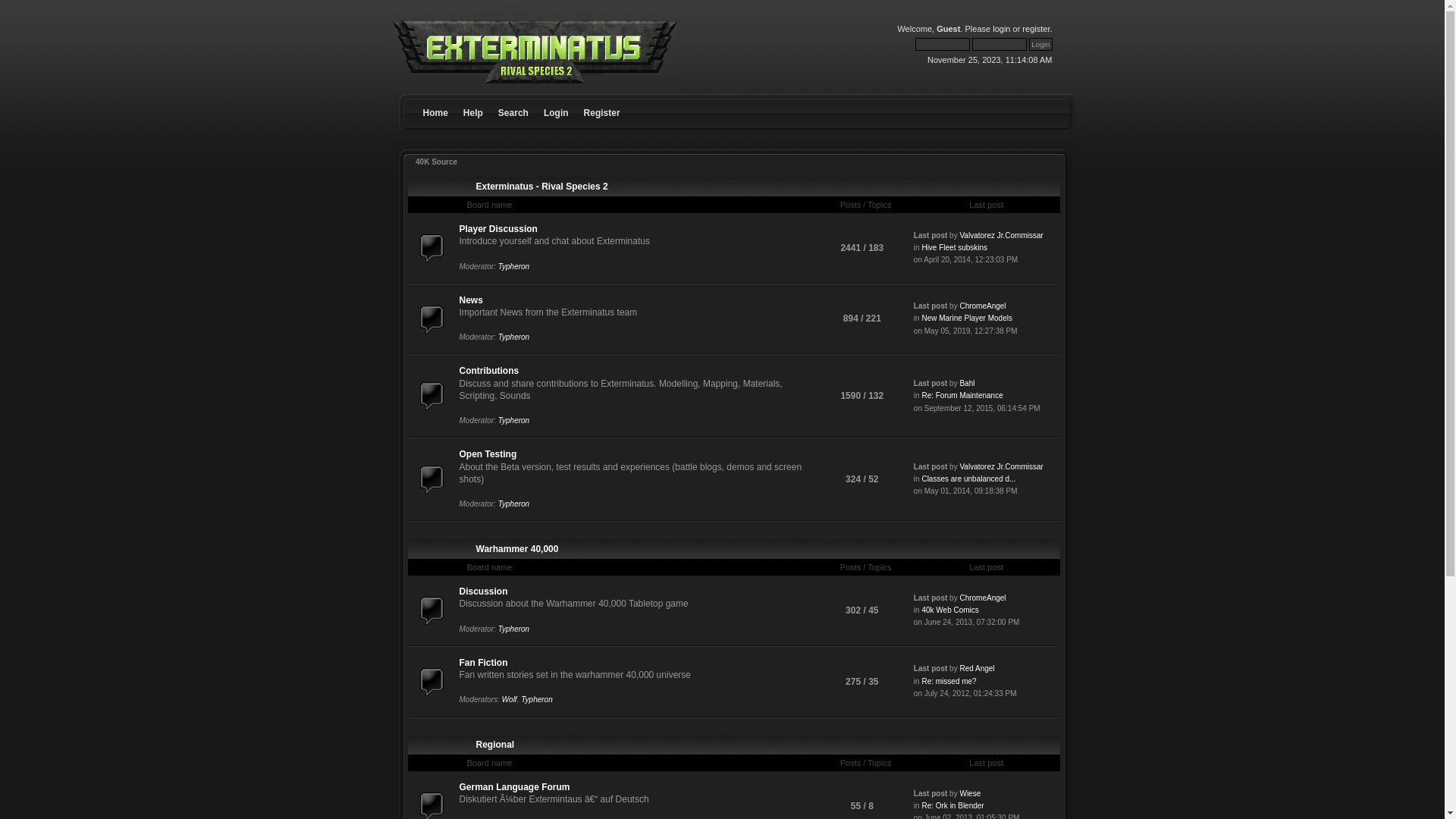  I want to click on 'Home', so click(435, 100).